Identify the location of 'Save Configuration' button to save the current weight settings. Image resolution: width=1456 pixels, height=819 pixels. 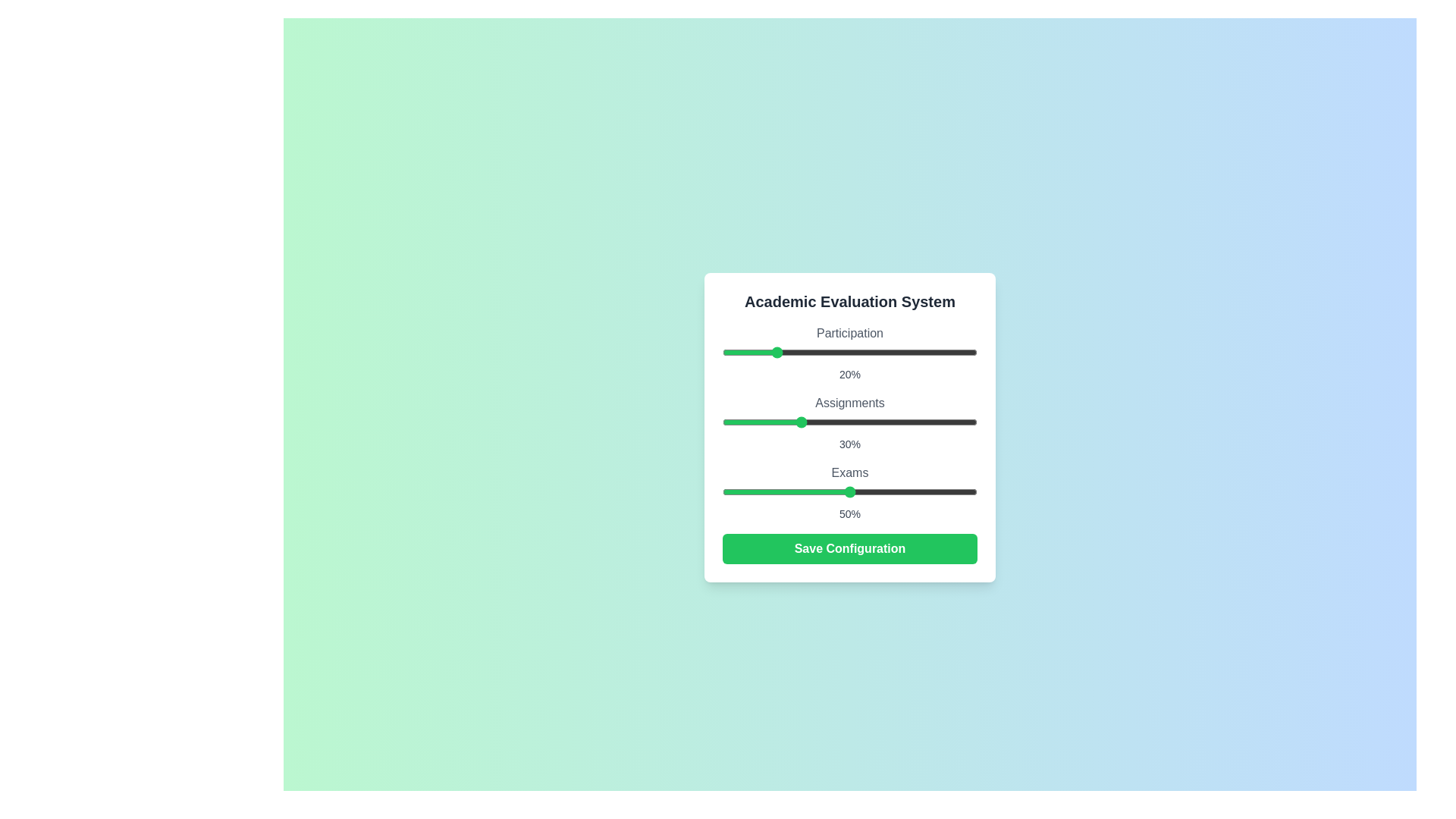
(850, 549).